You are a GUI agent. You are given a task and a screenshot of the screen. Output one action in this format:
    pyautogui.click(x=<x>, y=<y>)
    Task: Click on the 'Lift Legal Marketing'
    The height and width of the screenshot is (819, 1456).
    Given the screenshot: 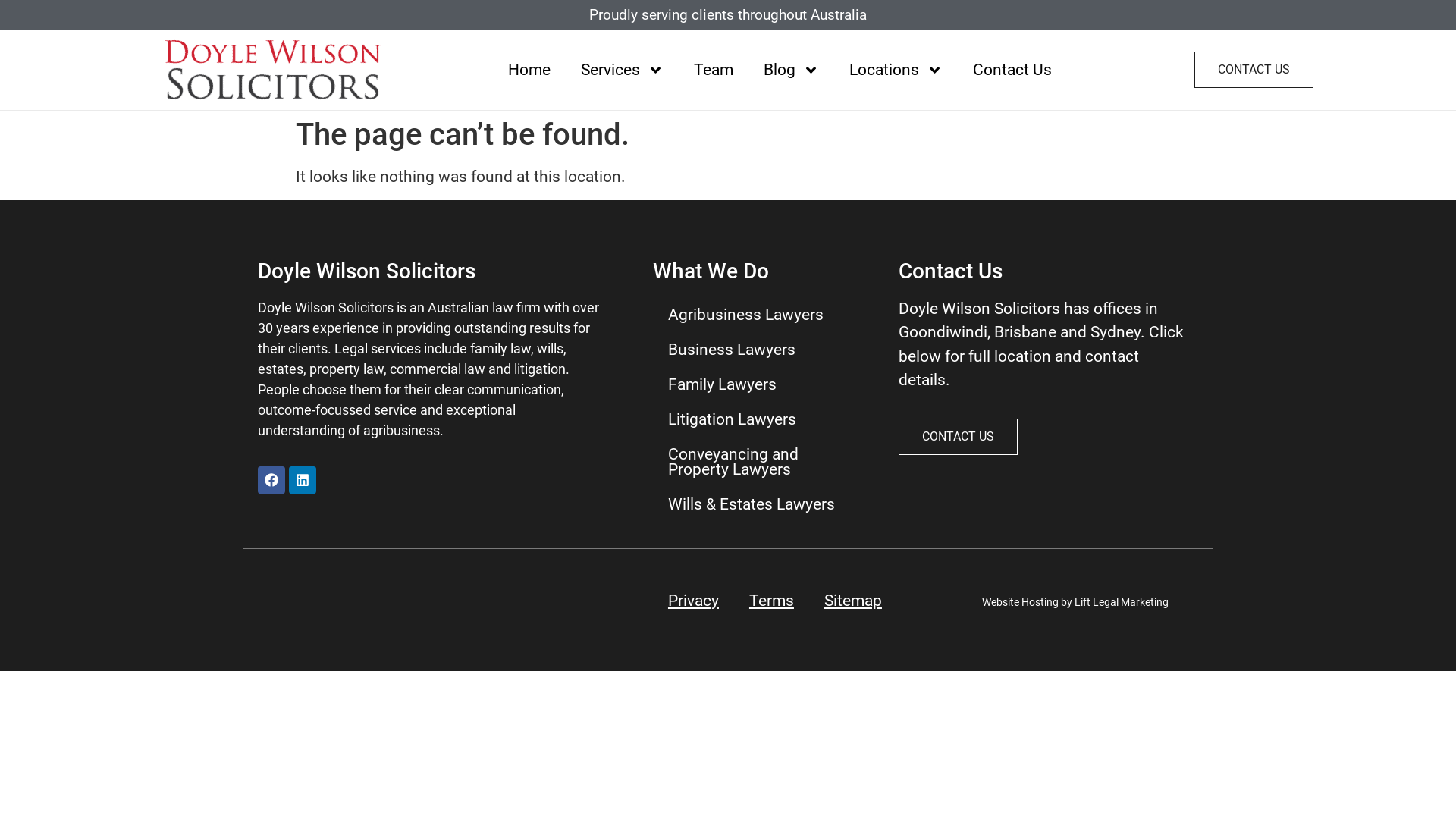 What is the action you would take?
    pyautogui.click(x=1121, y=601)
    